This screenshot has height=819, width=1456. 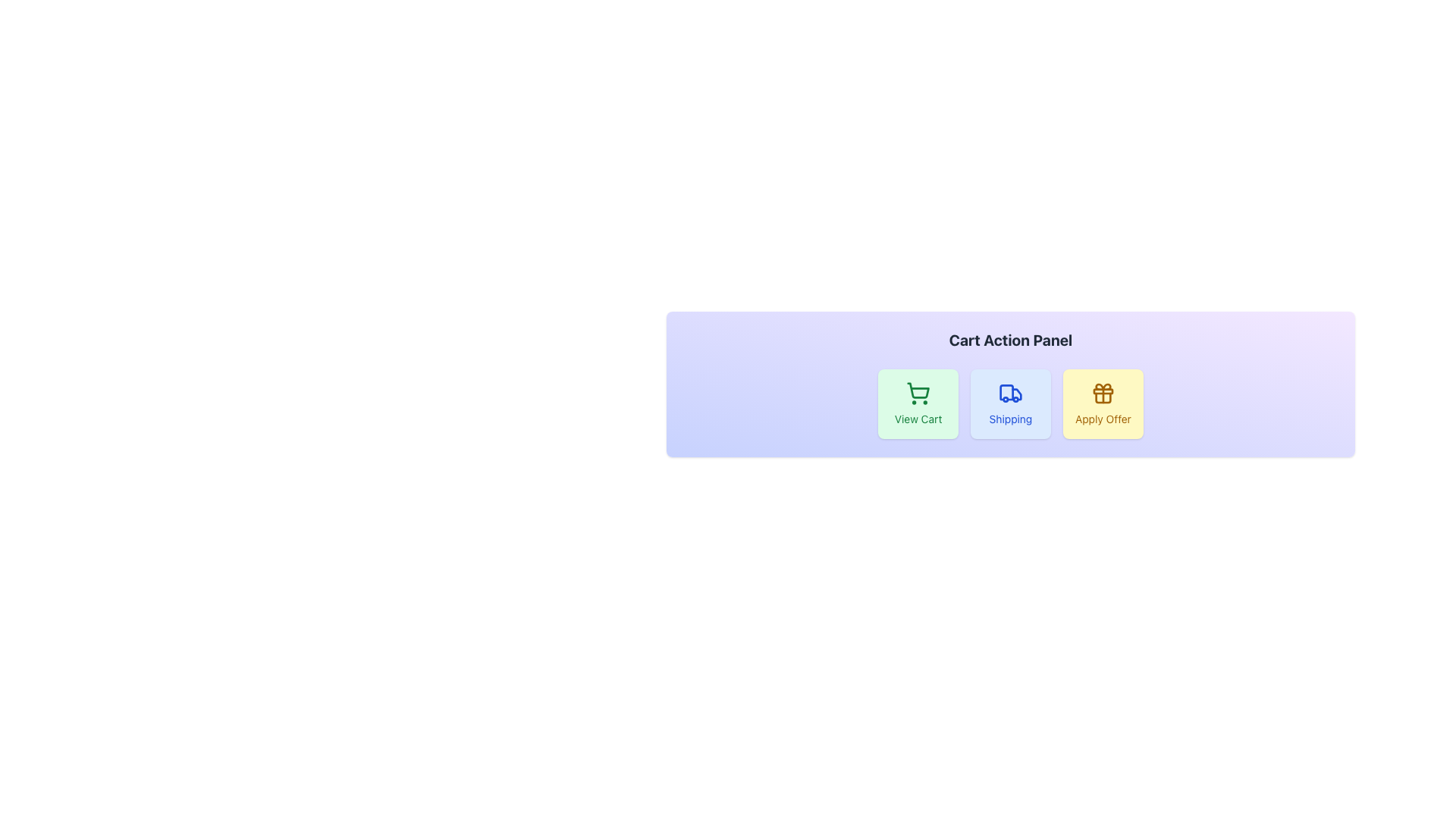 I want to click on the SVG icon of a truck, which is styled with a blue stroke and located within the 'Shipping' button in the 'Cart Action Panel', so click(x=1011, y=393).